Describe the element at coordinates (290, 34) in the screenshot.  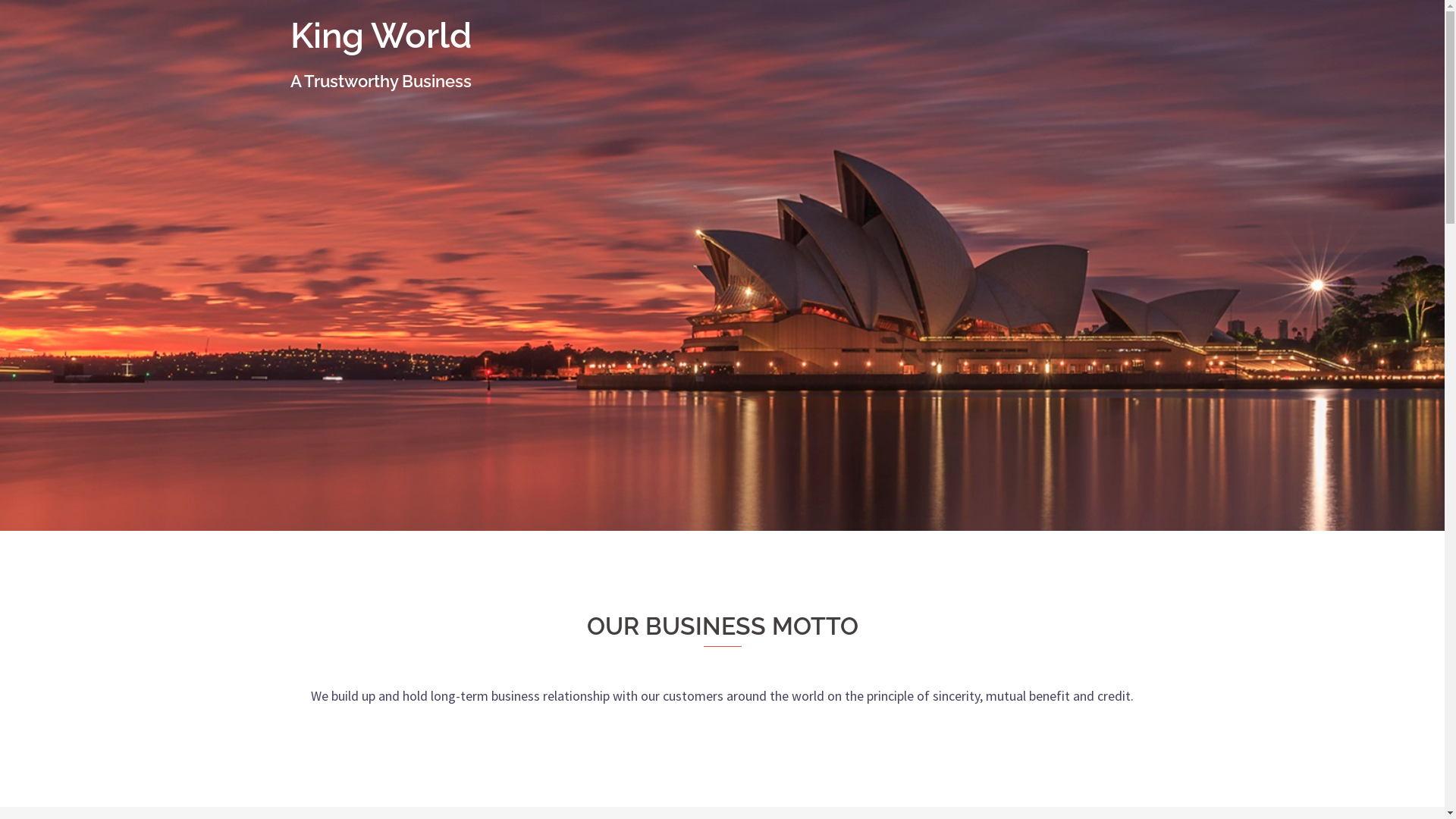
I see `'King World'` at that location.